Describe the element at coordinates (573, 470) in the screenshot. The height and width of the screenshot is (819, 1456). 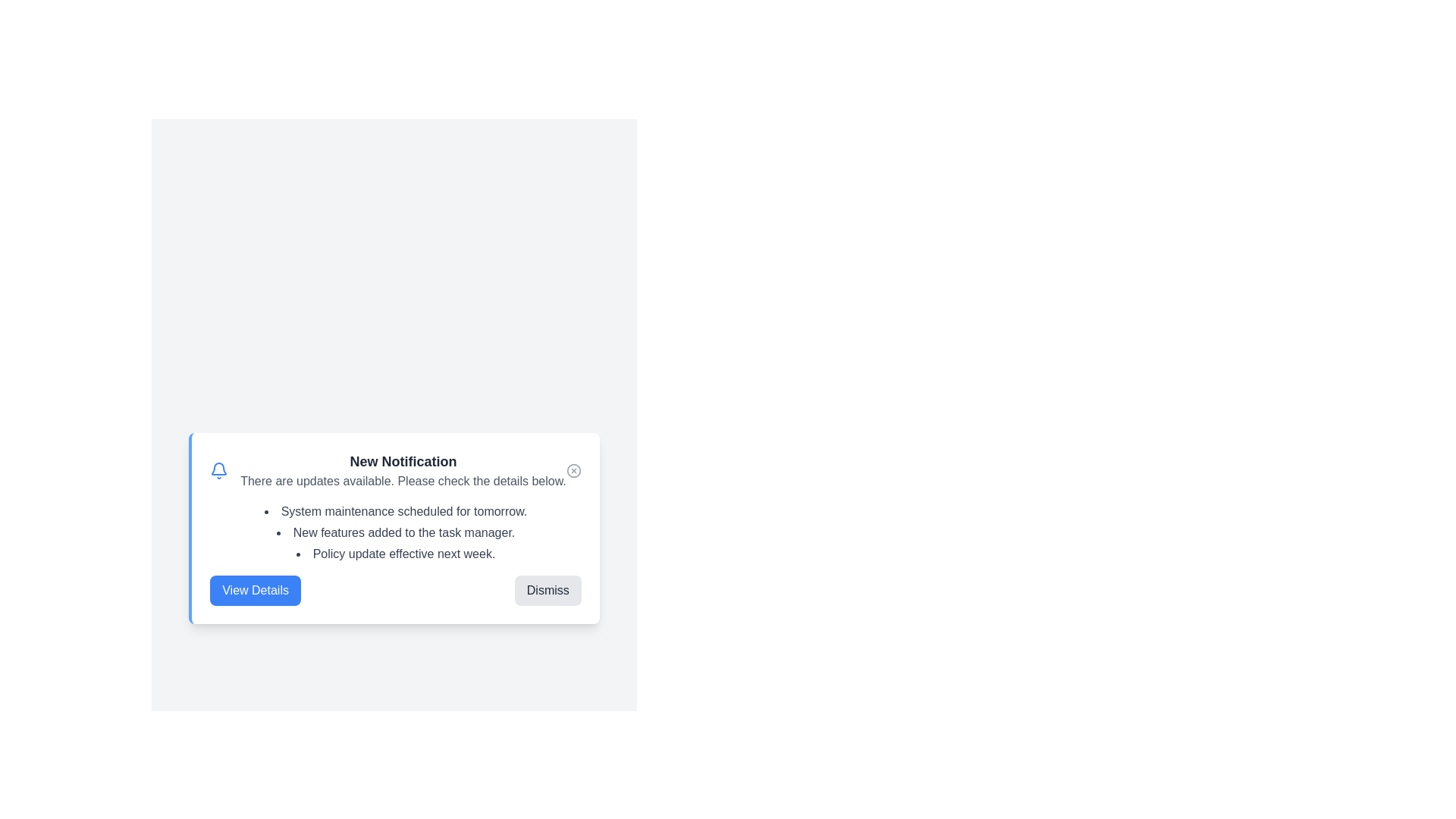
I see `the close button to dismiss the alert` at that location.